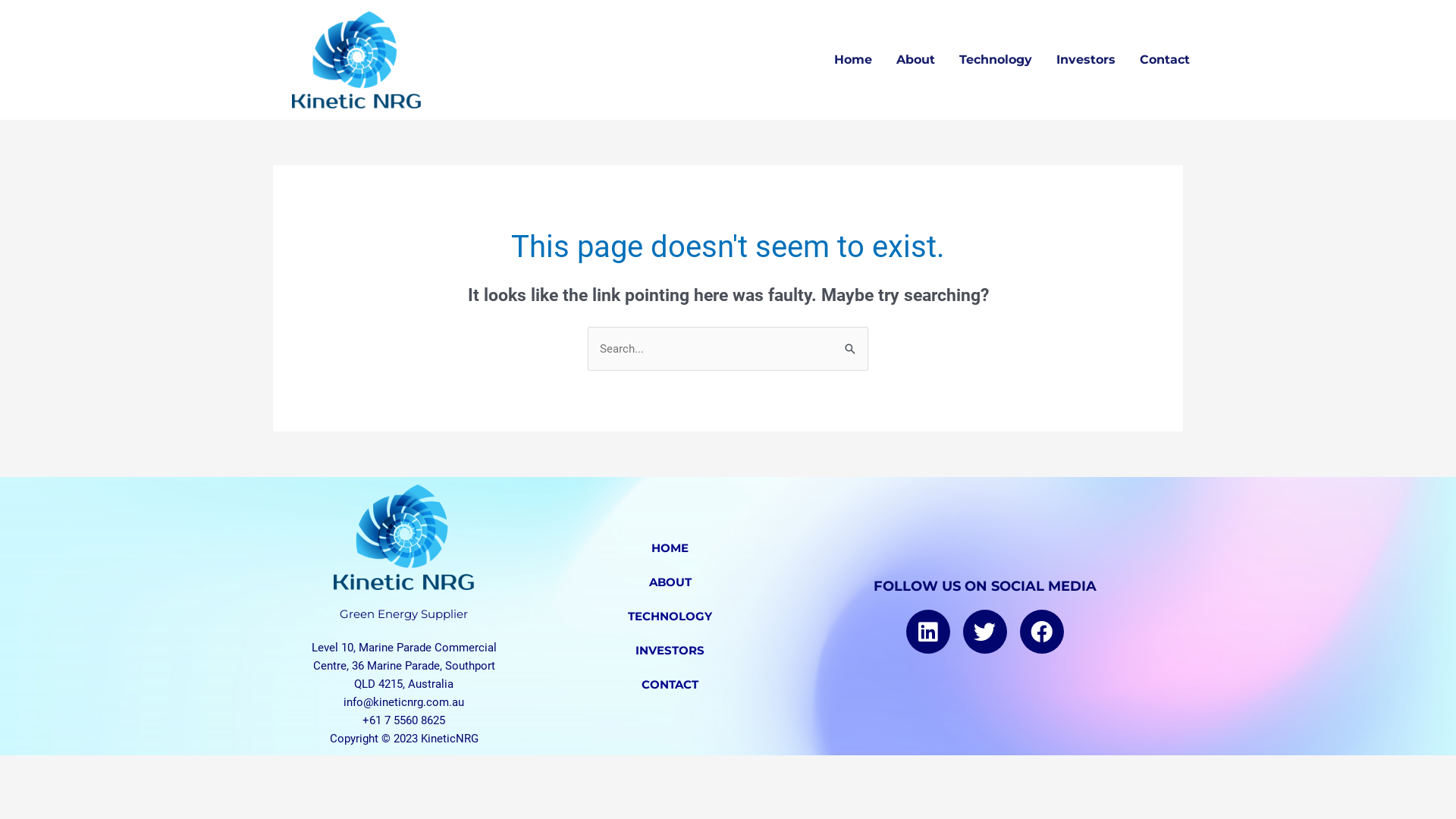 The width and height of the screenshot is (1456, 819). I want to click on 'Facebook', so click(1019, 632).